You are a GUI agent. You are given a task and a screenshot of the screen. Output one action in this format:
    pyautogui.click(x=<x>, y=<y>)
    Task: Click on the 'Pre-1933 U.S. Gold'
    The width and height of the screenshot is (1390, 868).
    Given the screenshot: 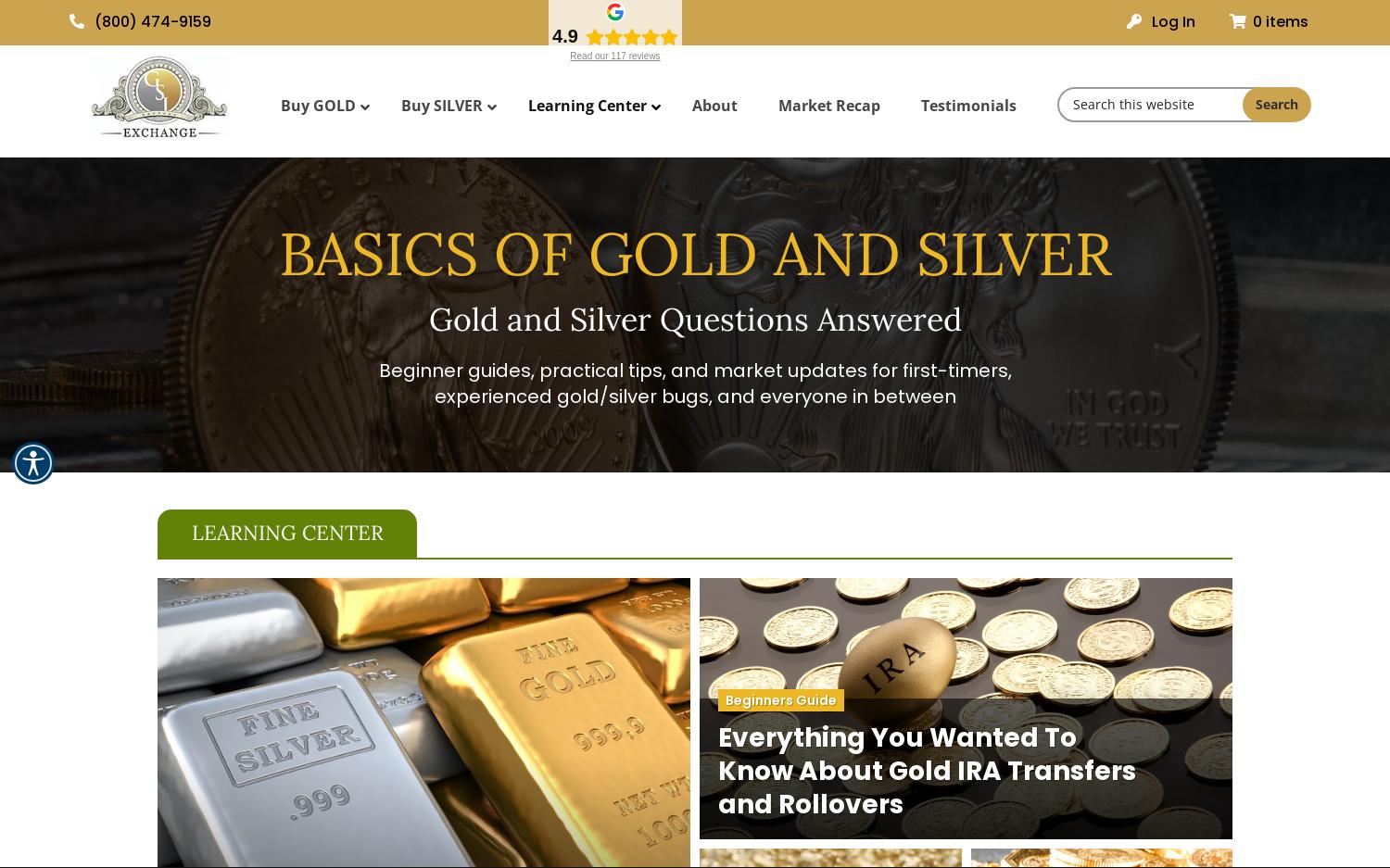 What is the action you would take?
    pyautogui.click(x=534, y=267)
    